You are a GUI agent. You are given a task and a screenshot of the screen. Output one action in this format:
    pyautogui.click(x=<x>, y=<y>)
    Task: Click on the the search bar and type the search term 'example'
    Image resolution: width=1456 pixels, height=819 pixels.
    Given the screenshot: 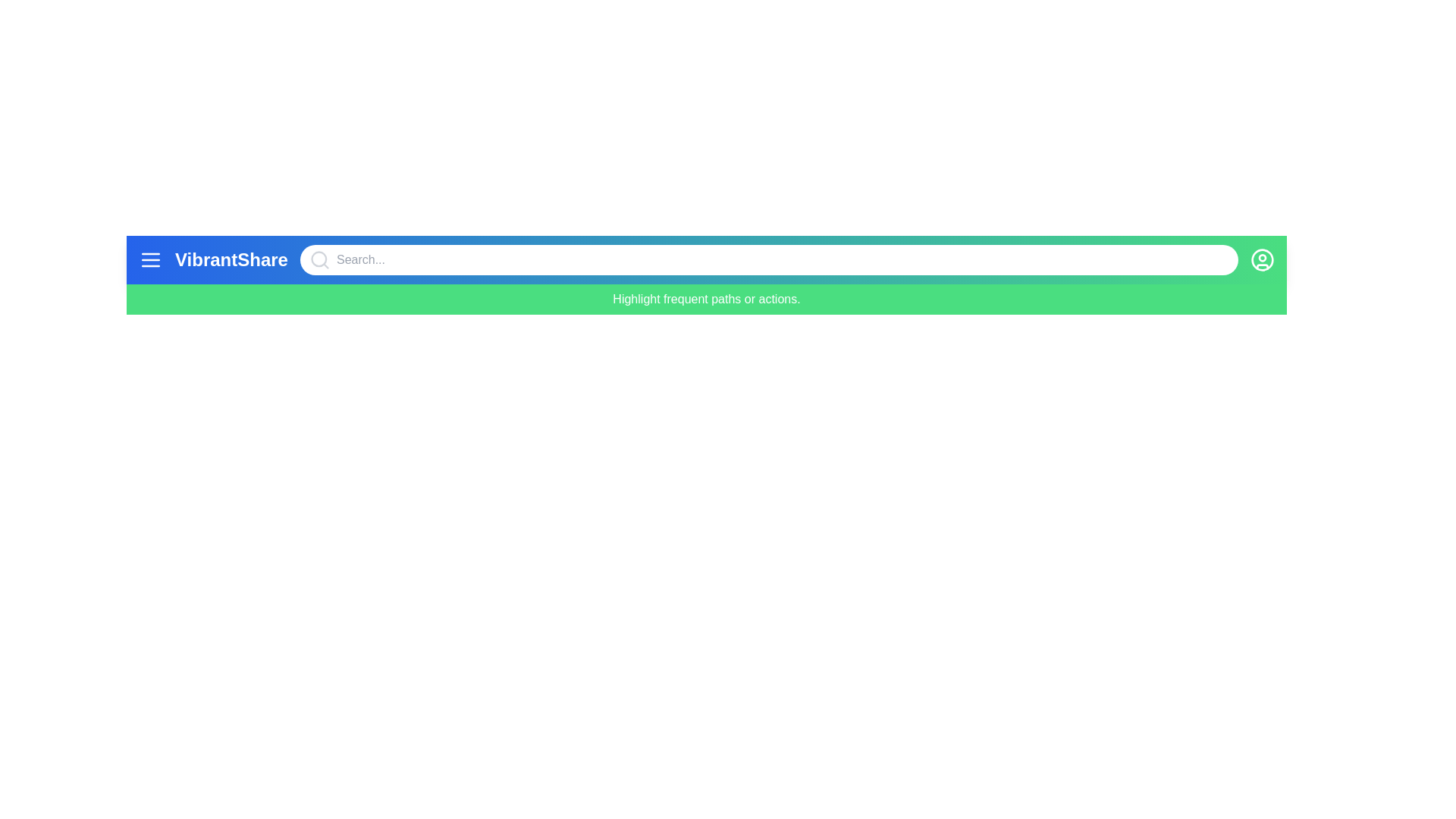 What is the action you would take?
    pyautogui.click(x=768, y=259)
    